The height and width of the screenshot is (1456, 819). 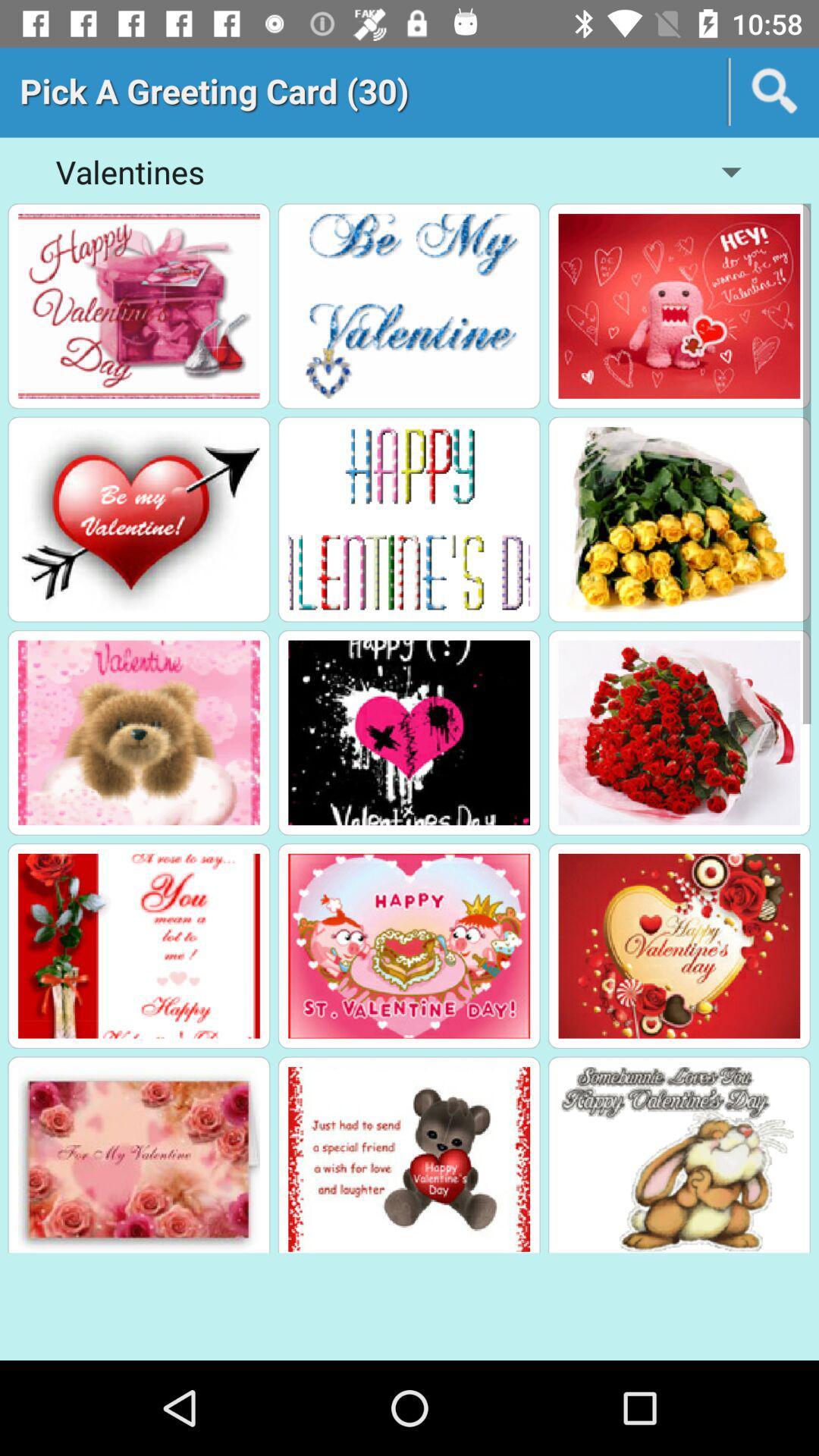 What do you see at coordinates (408, 305) in the screenshot?
I see `shows greeting card` at bounding box center [408, 305].